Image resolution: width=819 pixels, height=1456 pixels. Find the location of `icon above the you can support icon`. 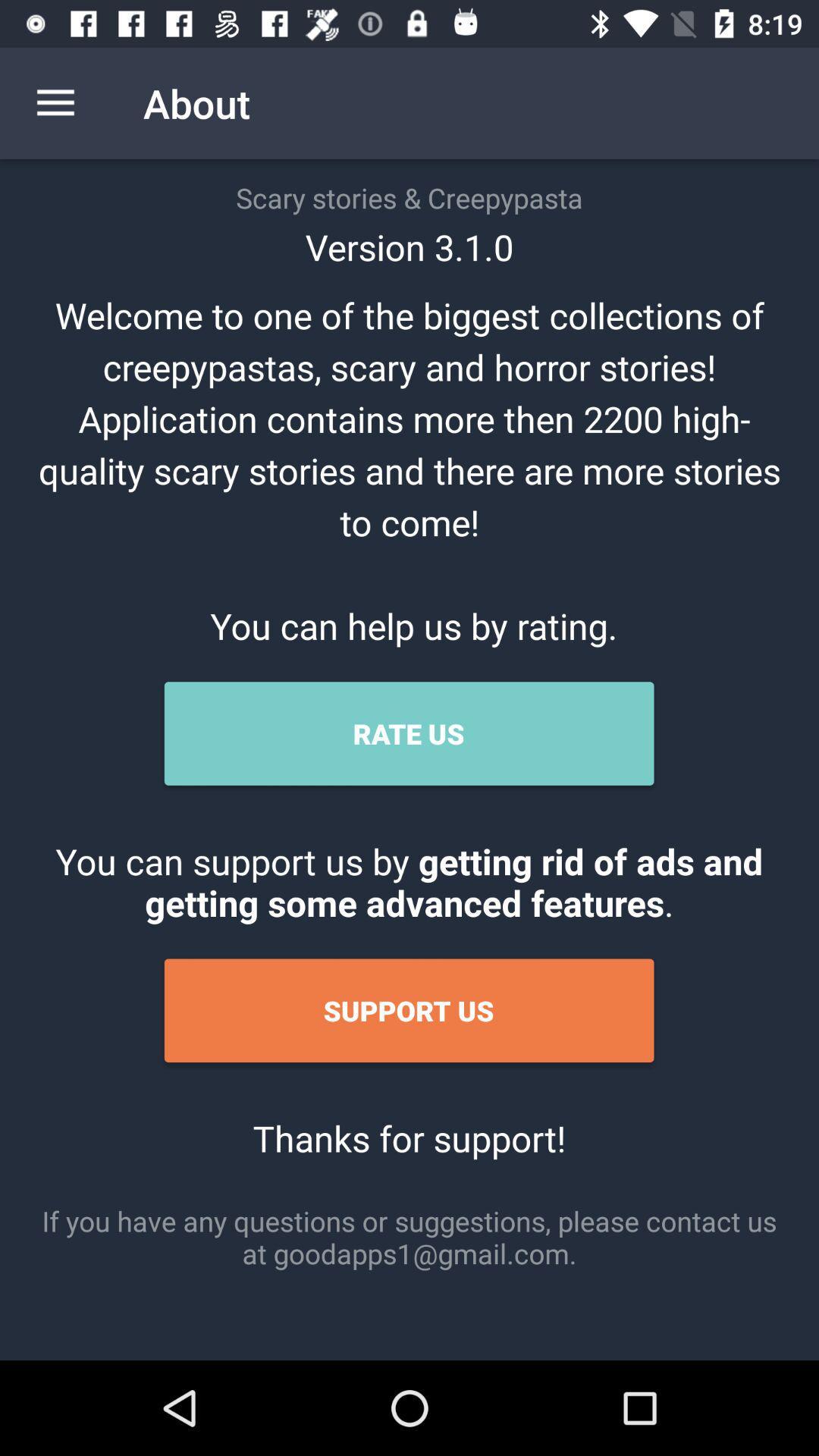

icon above the you can support icon is located at coordinates (408, 733).